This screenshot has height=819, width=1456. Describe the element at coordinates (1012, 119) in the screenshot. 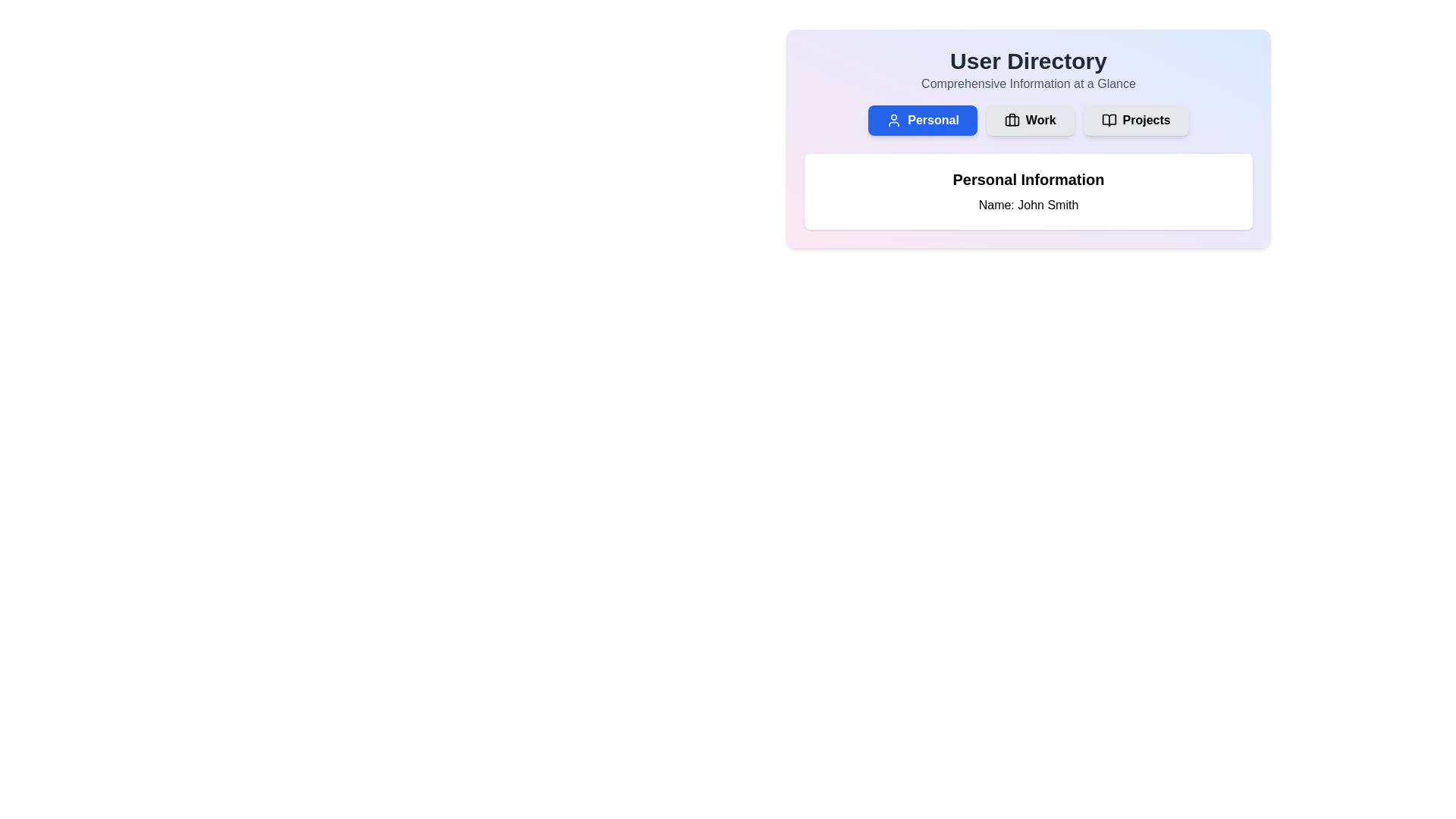

I see `the vertical line within the briefcase icon that is part of the 'Work' button` at that location.